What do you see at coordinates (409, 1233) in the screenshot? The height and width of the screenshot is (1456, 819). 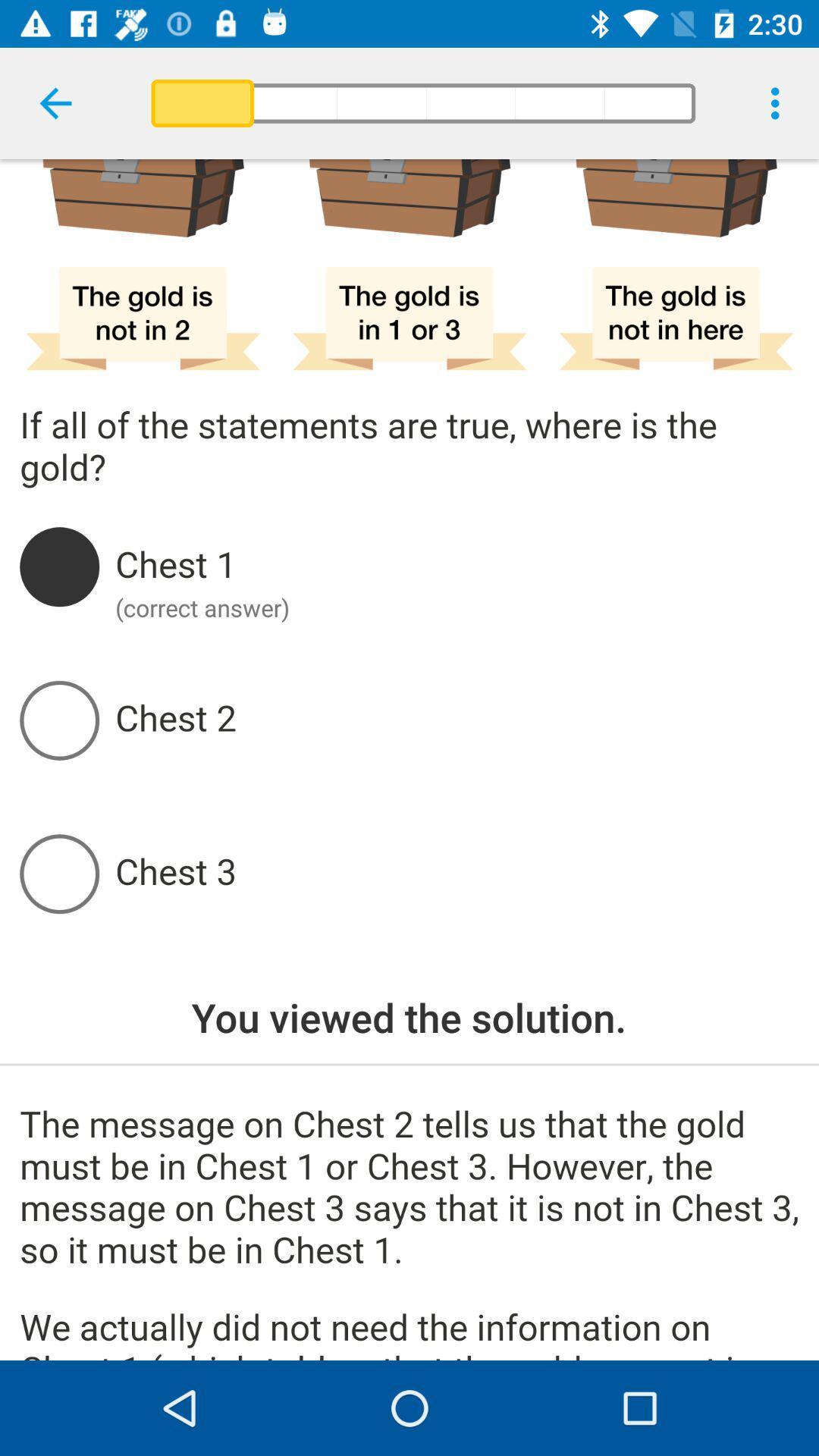 I see `more information` at bounding box center [409, 1233].